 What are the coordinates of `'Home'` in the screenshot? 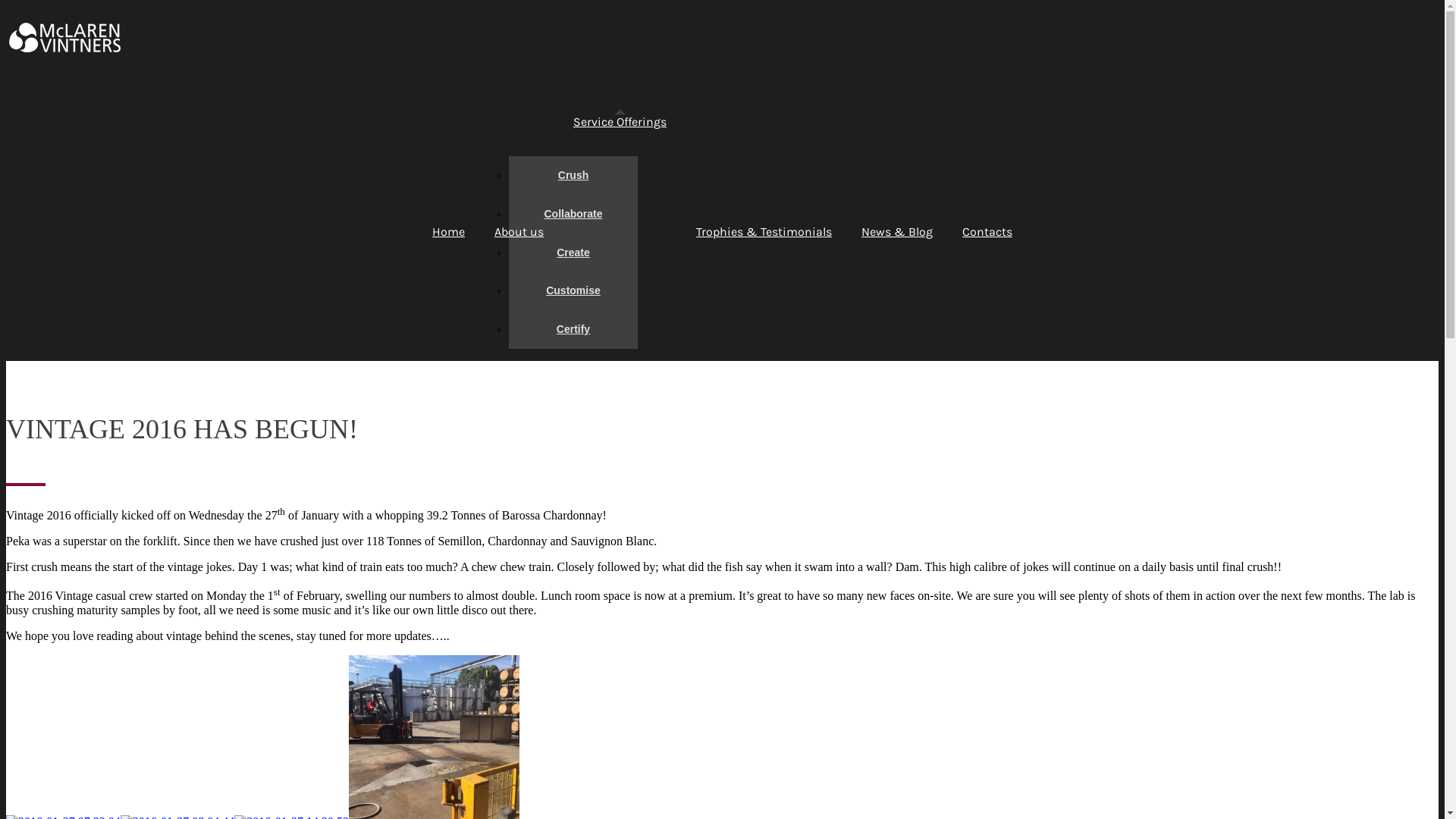 It's located at (447, 231).